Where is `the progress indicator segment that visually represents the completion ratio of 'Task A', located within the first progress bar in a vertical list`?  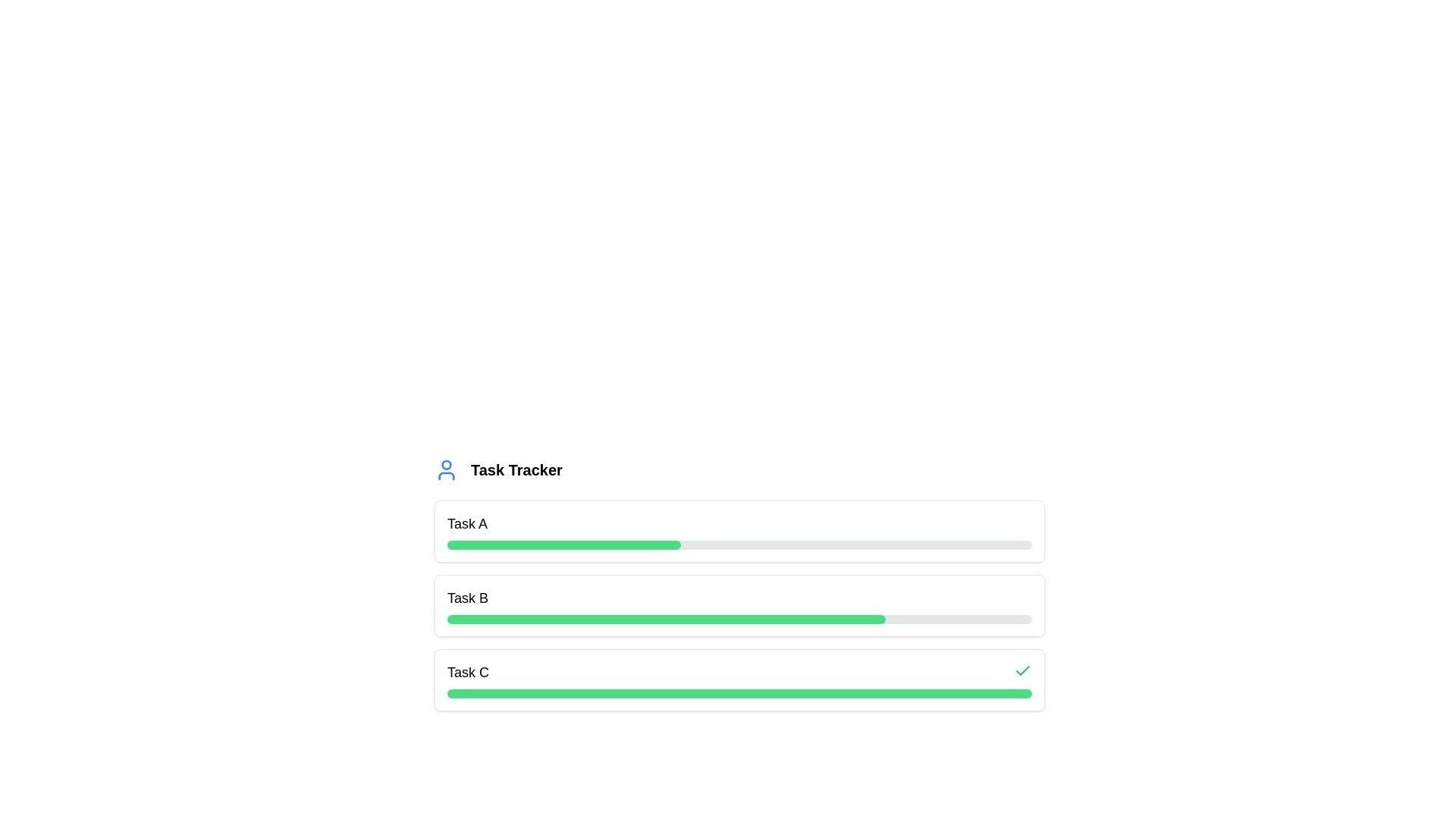 the progress indicator segment that visually represents the completion ratio of 'Task A', located within the first progress bar in a vertical list is located at coordinates (563, 544).